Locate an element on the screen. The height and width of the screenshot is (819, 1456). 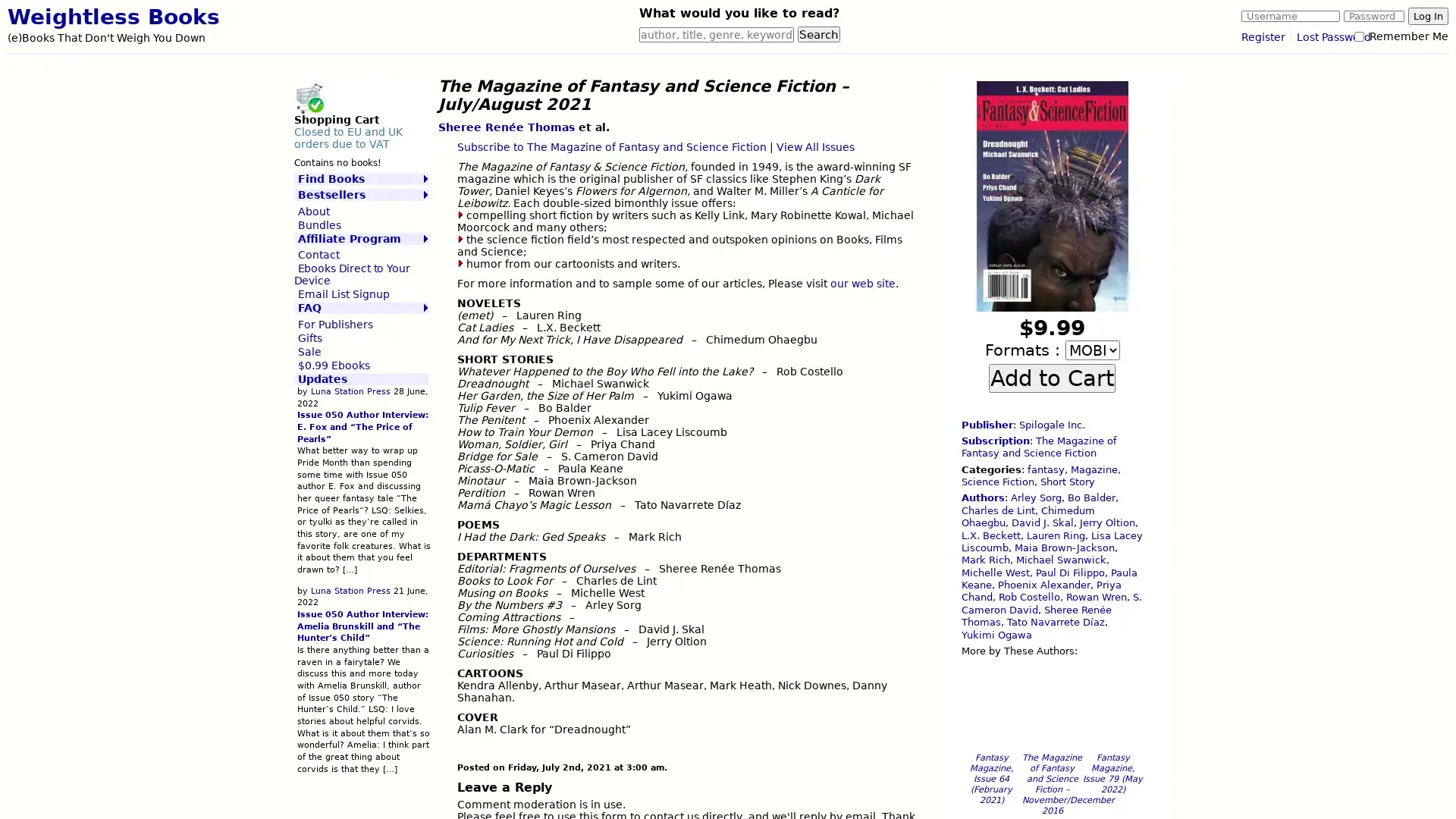
Shopping Cart is located at coordinates (308, 97).